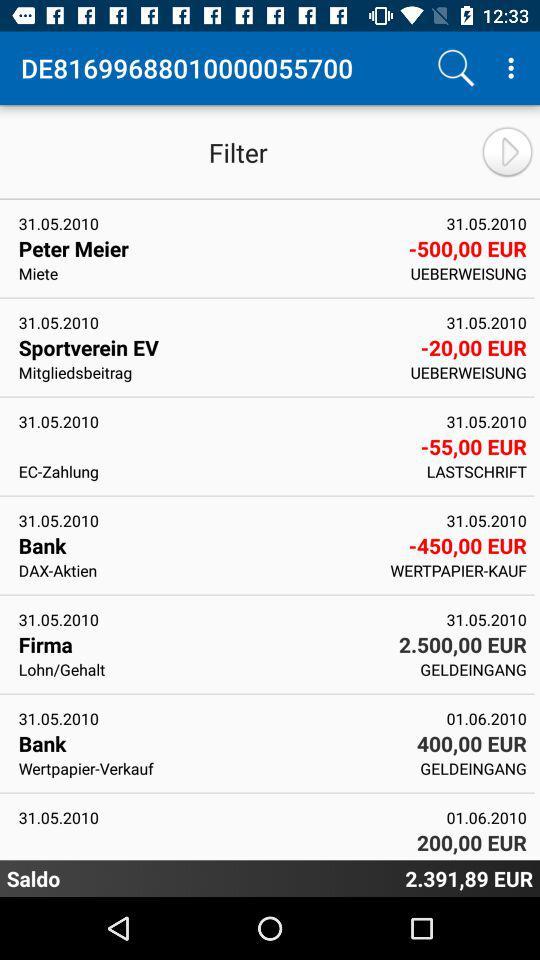  Describe the element at coordinates (202, 643) in the screenshot. I see `icon next to 2 500 00 icon` at that location.